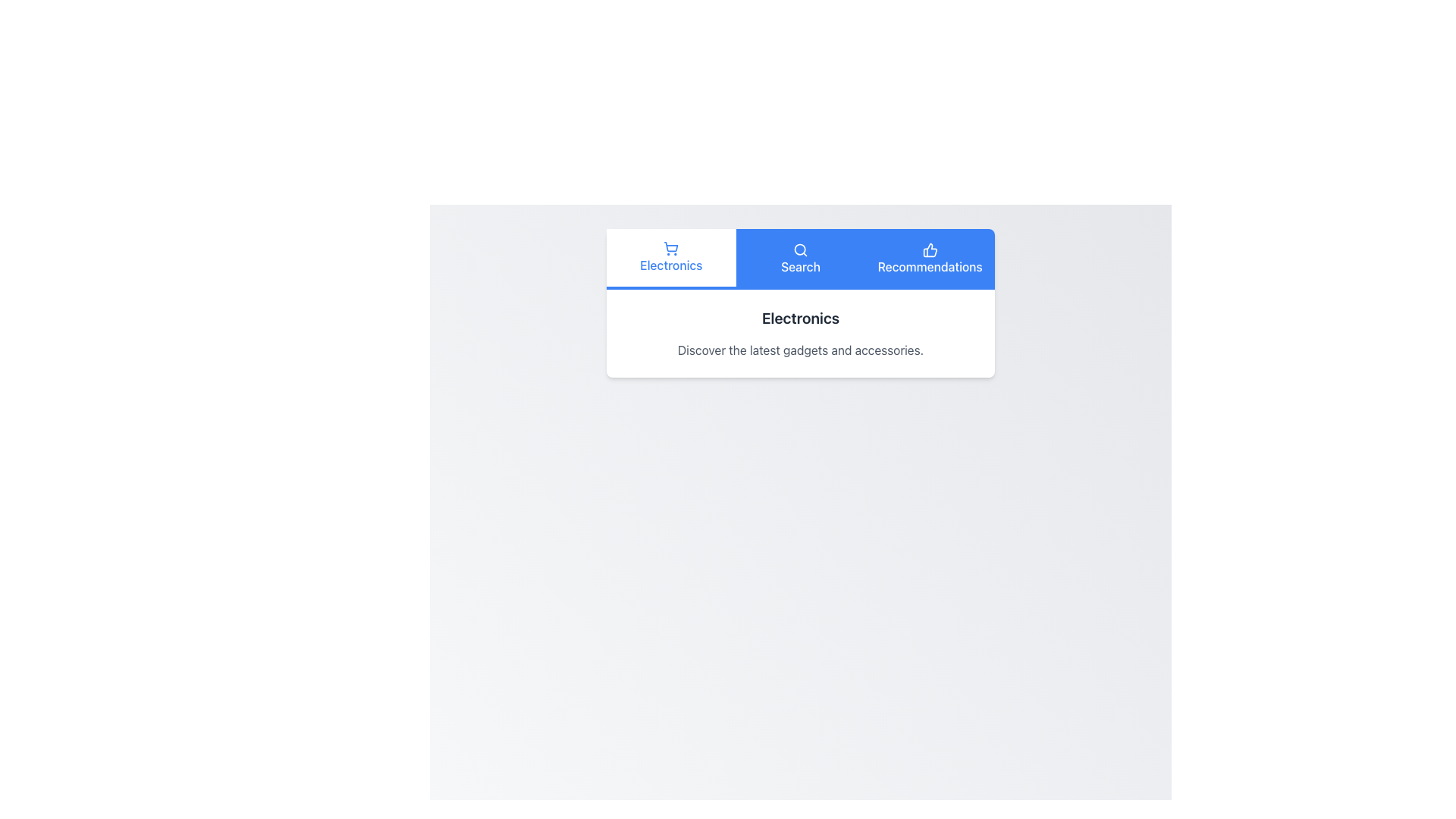 The image size is (1456, 819). What do you see at coordinates (800, 259) in the screenshot?
I see `the button located between 'Electronics' and 'Recommendations' in the navigation bar` at bounding box center [800, 259].